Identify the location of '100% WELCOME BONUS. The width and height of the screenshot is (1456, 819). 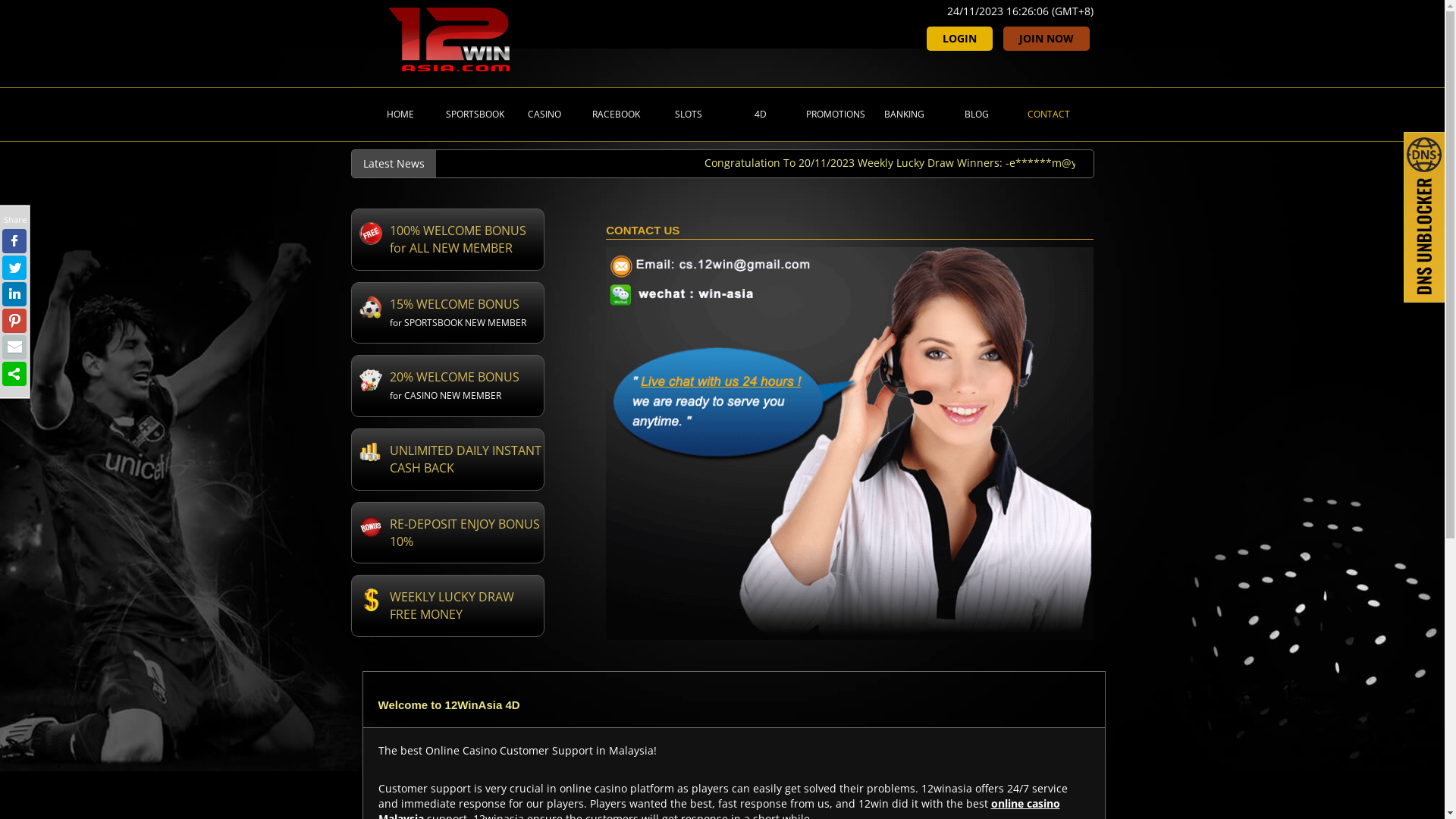
(446, 239).